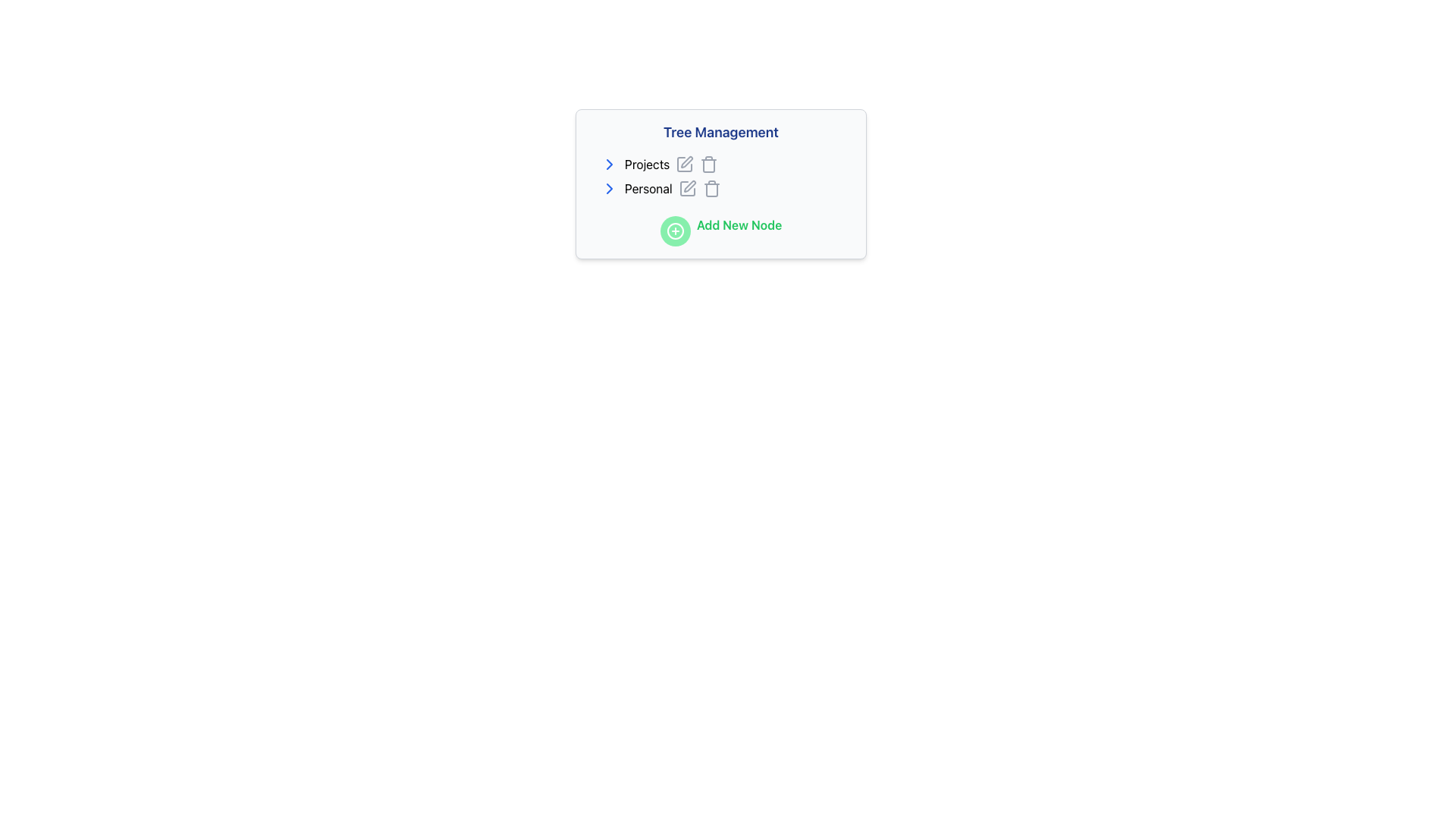 This screenshot has height=819, width=1456. I want to click on the edit icon button for the 'Projects' item in the 'Tree Management' section, which is the first icon in a horizontal group aligned to the right of the 'Projects' row, so click(684, 164).